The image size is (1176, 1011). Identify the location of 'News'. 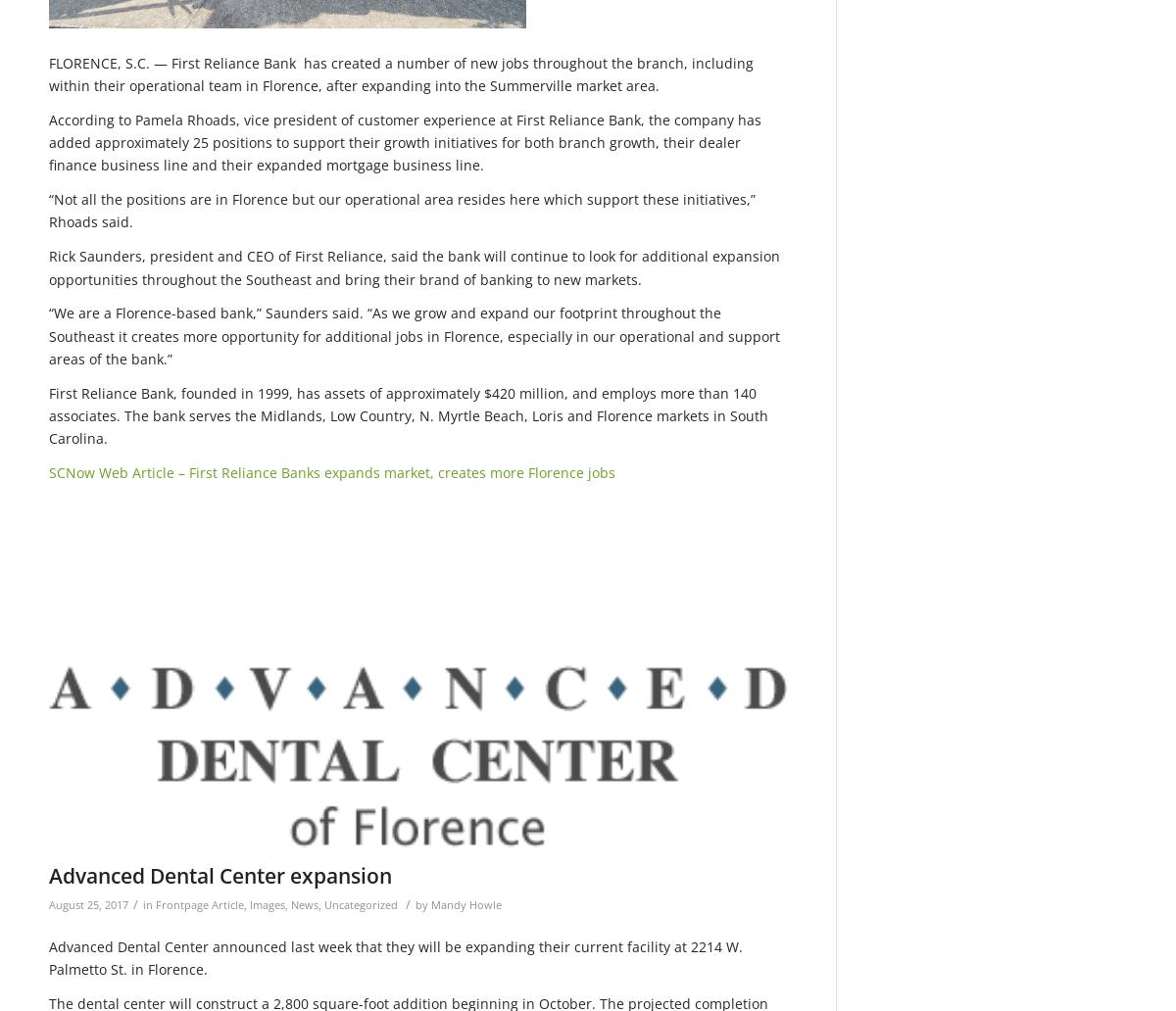
(305, 902).